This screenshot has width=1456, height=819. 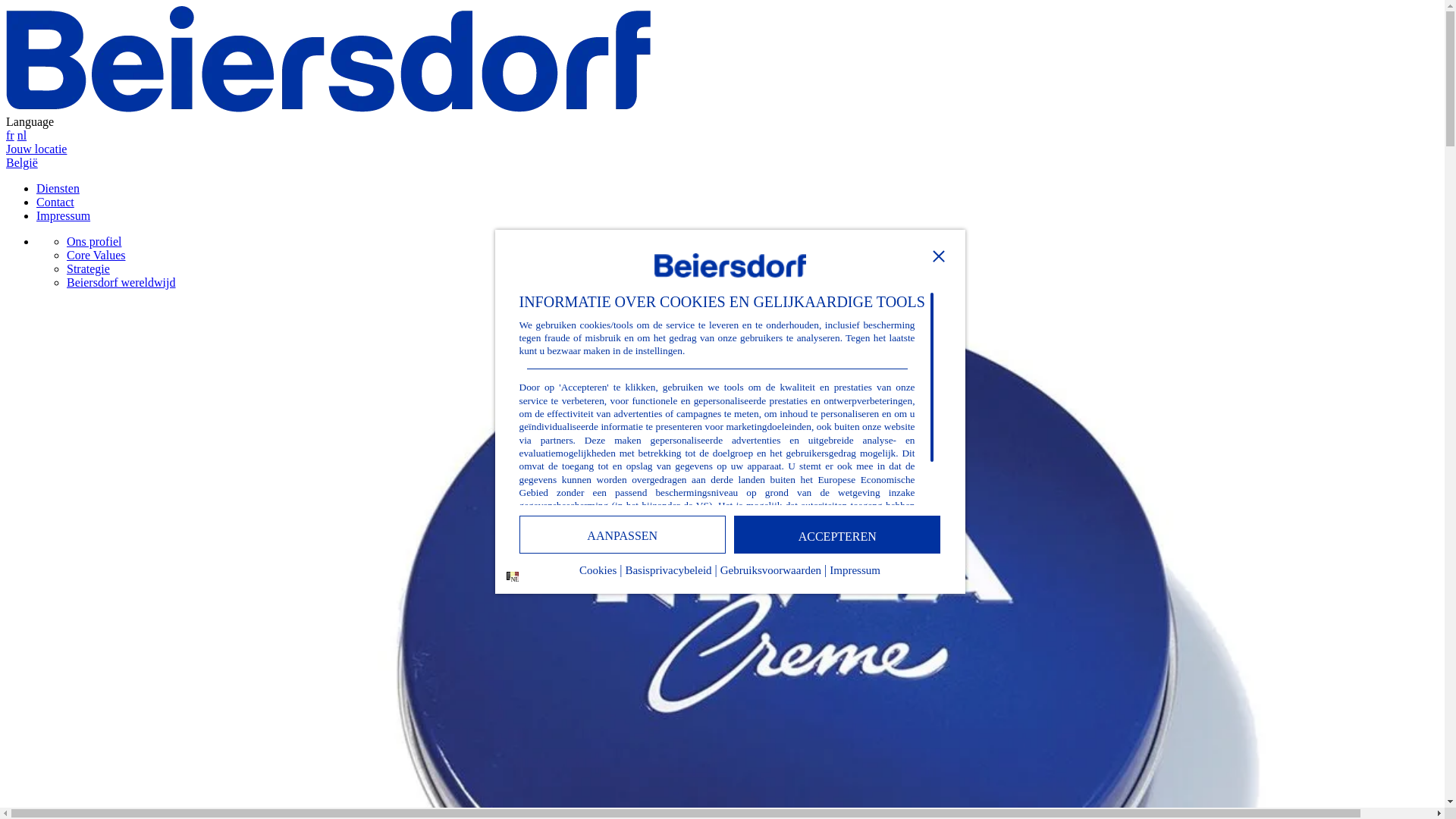 What do you see at coordinates (87, 268) in the screenshot?
I see `'Strategie'` at bounding box center [87, 268].